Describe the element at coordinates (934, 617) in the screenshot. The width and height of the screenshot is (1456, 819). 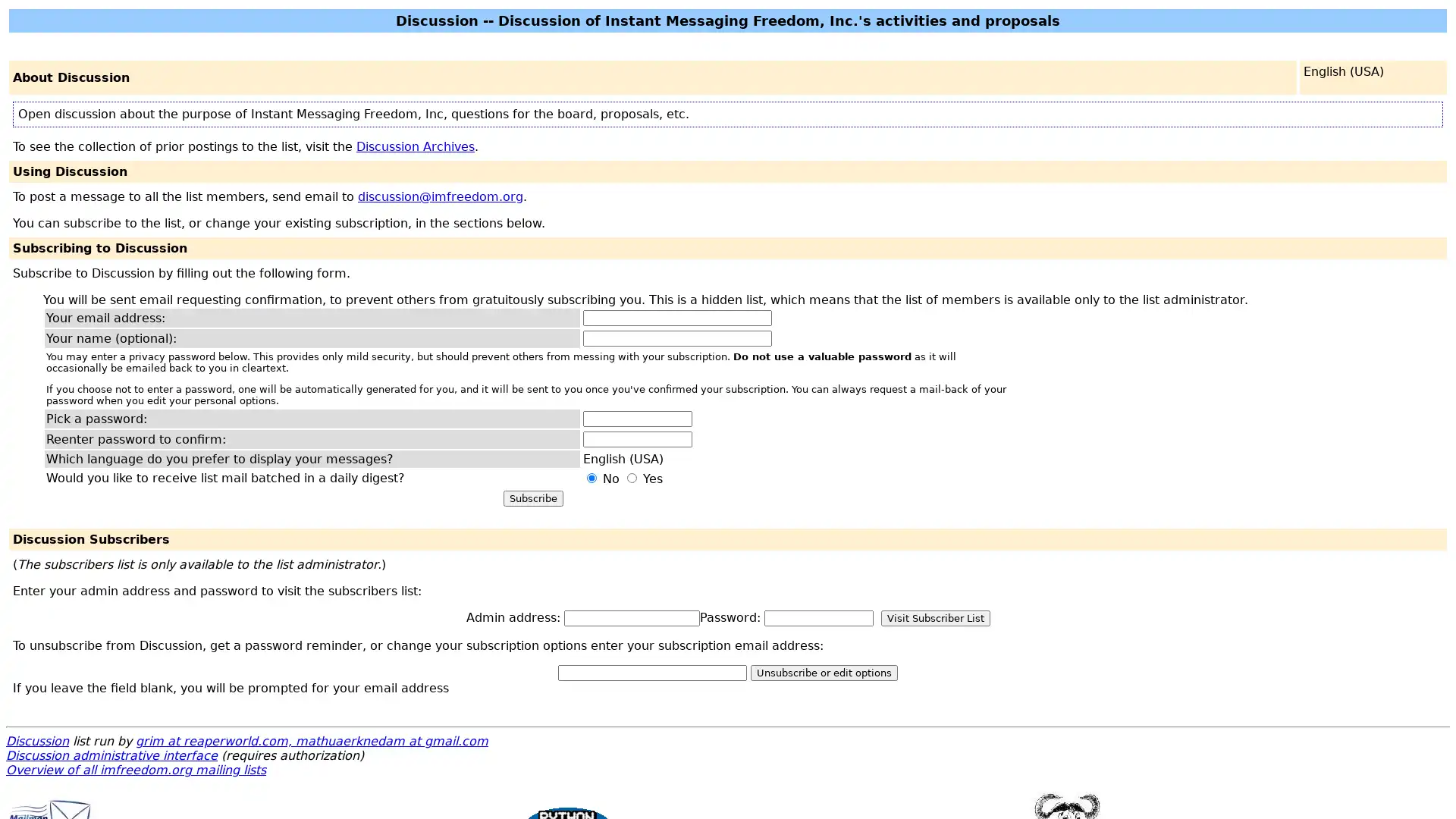
I see `Visit Subscriber List` at that location.